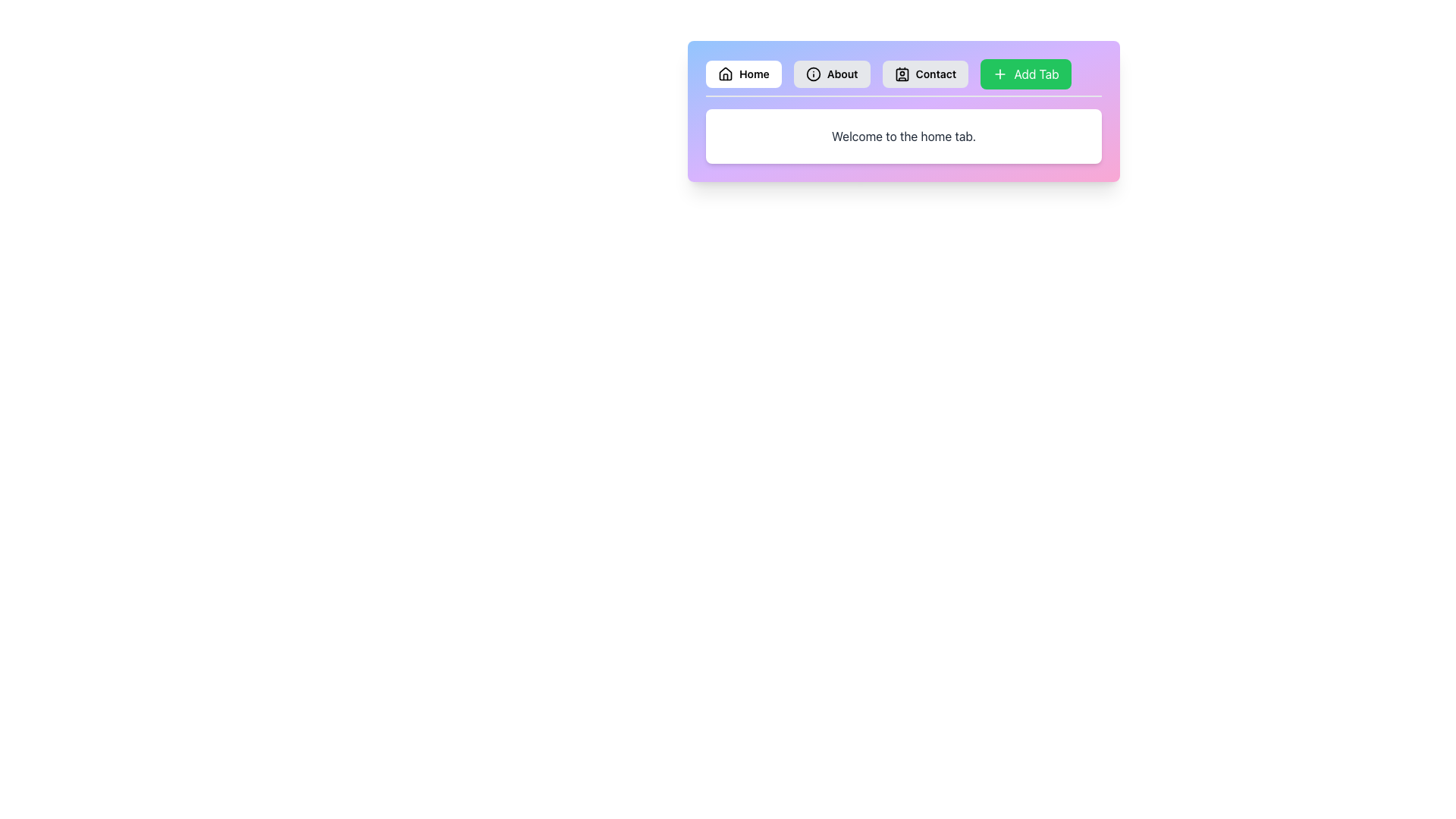 The height and width of the screenshot is (819, 1456). Describe the element at coordinates (935, 74) in the screenshot. I see `the 'Contact' text label in the horizontal navigation menu` at that location.